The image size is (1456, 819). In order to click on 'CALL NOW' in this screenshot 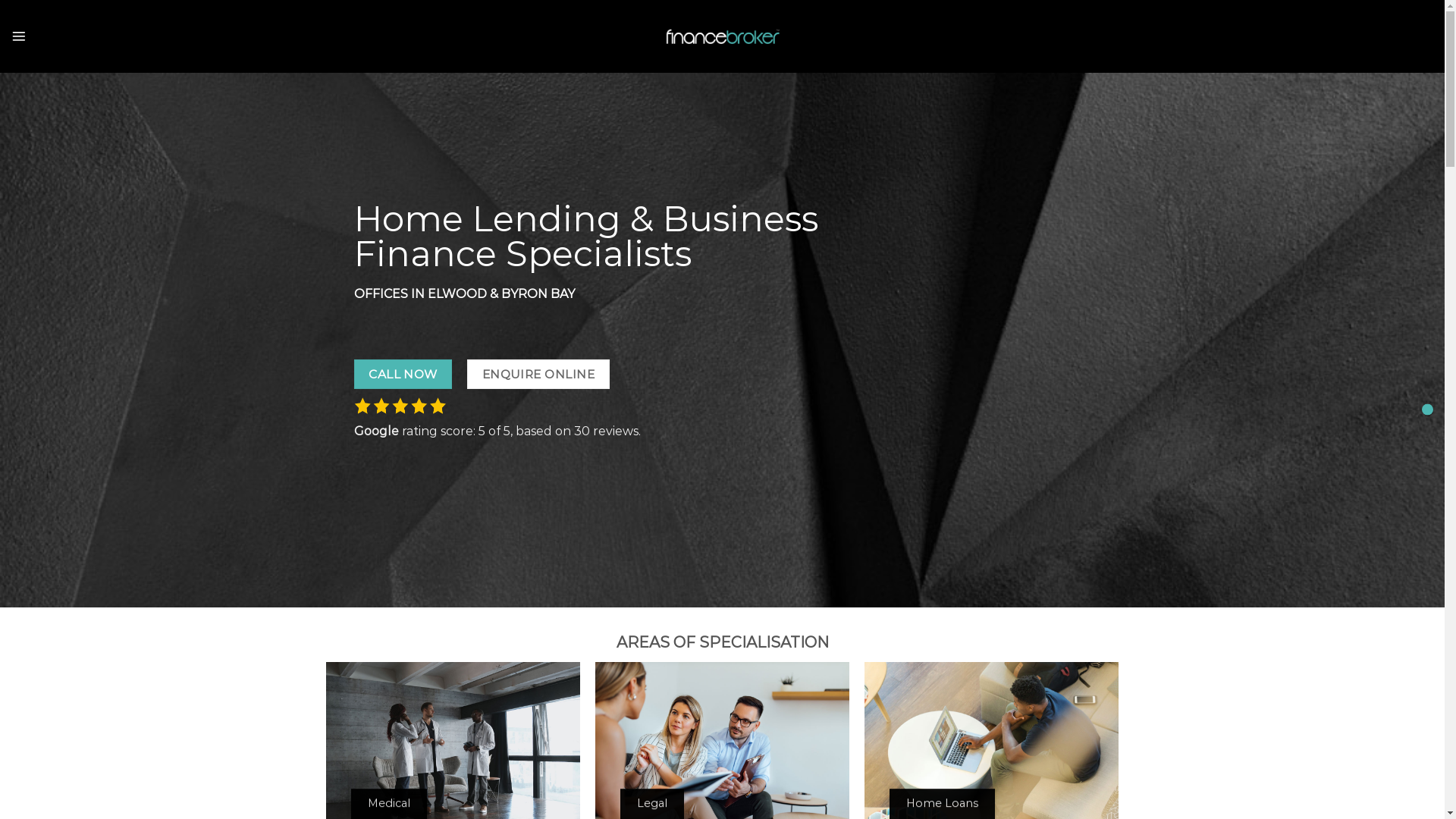, I will do `click(403, 374)`.